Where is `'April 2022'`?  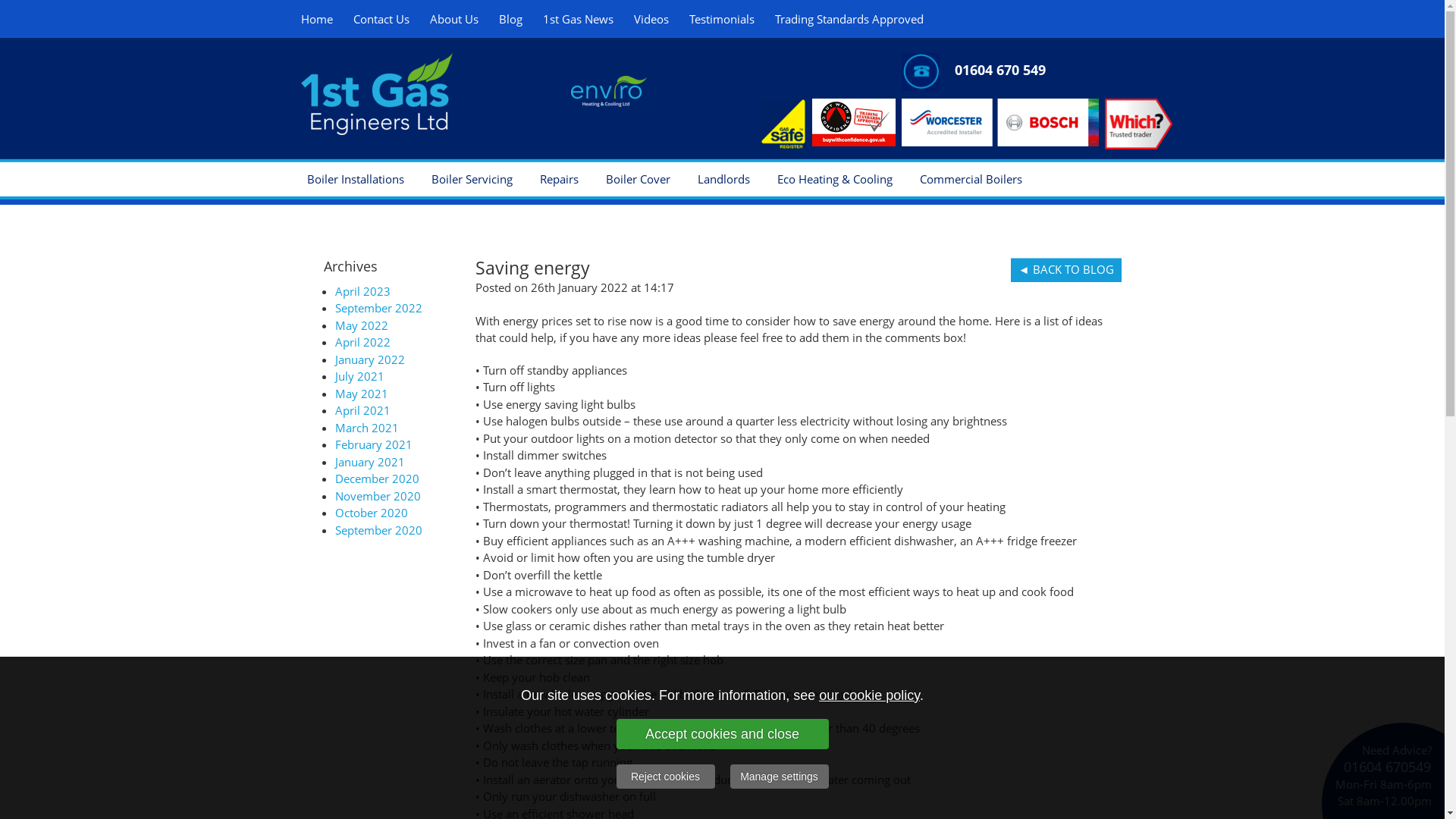
'April 2022' is located at coordinates (362, 342).